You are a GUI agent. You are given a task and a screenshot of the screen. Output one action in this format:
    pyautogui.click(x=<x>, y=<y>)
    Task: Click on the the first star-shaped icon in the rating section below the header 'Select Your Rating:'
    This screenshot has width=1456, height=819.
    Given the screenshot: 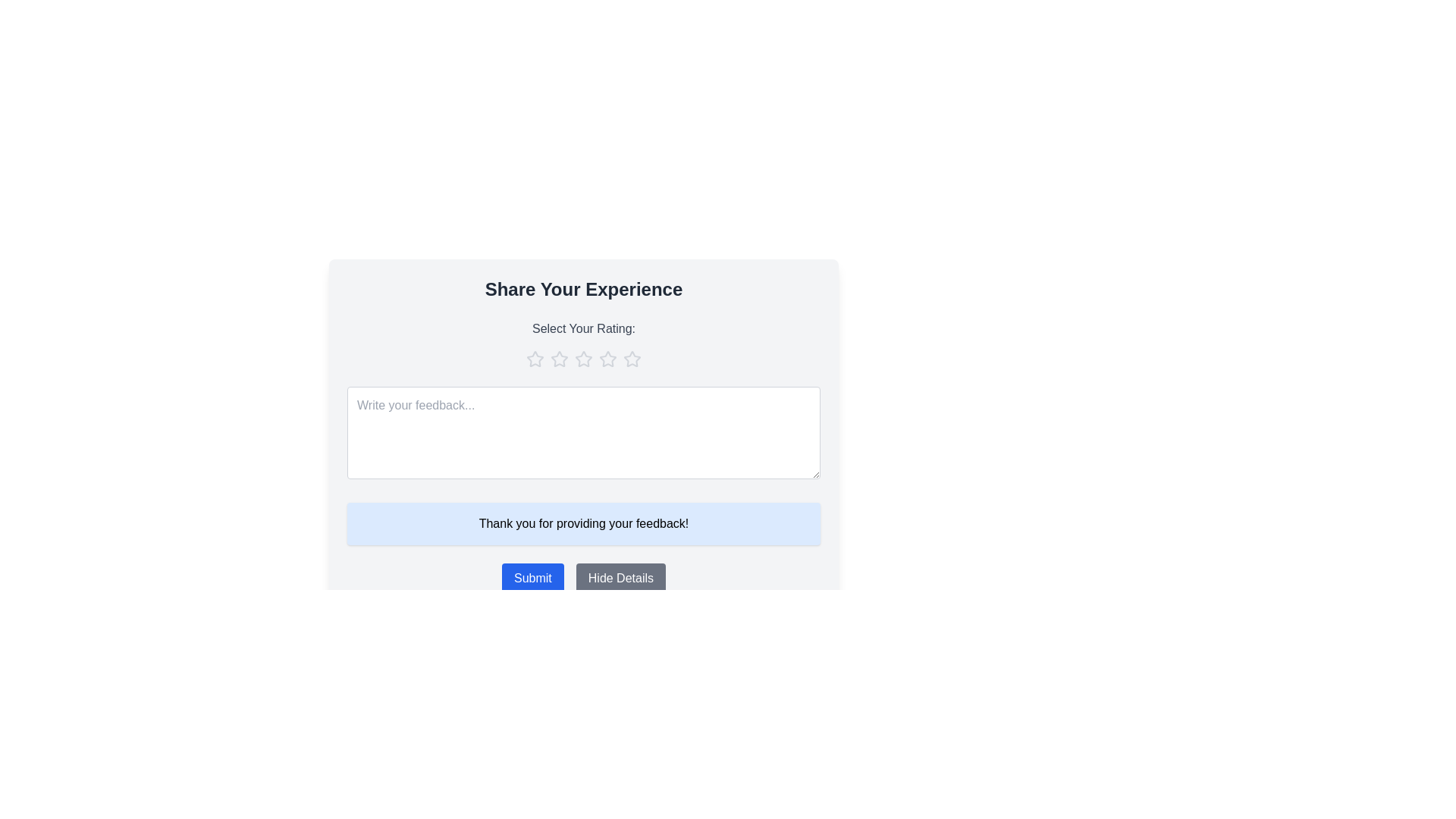 What is the action you would take?
    pyautogui.click(x=559, y=359)
    